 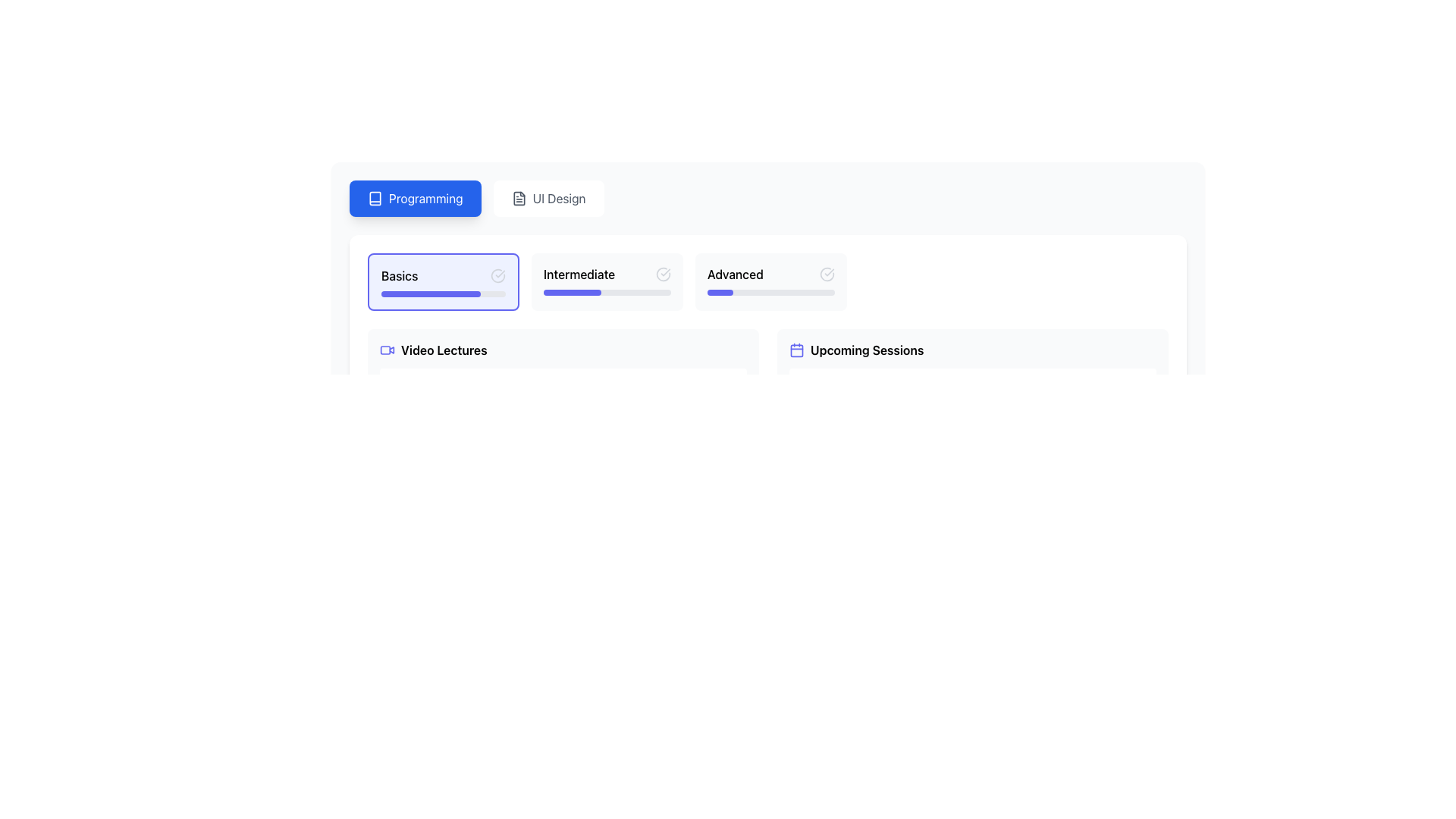 I want to click on the status indicator checkmark icon located in the top-right corner of the 'Advanced' content card, adjacent to the 'Intermediate' card, so click(x=826, y=275).